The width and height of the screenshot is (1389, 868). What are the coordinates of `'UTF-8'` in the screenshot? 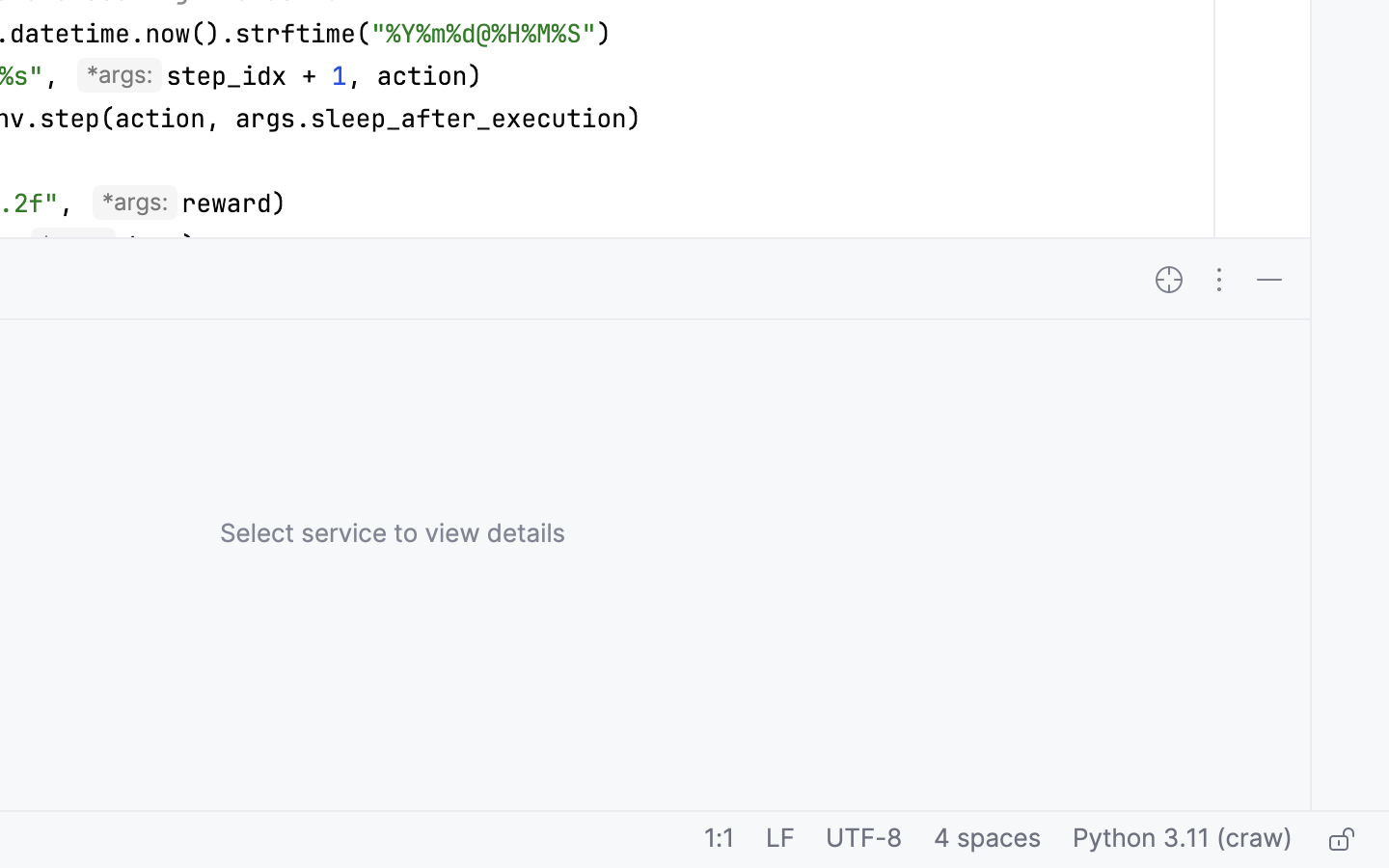 It's located at (862, 840).